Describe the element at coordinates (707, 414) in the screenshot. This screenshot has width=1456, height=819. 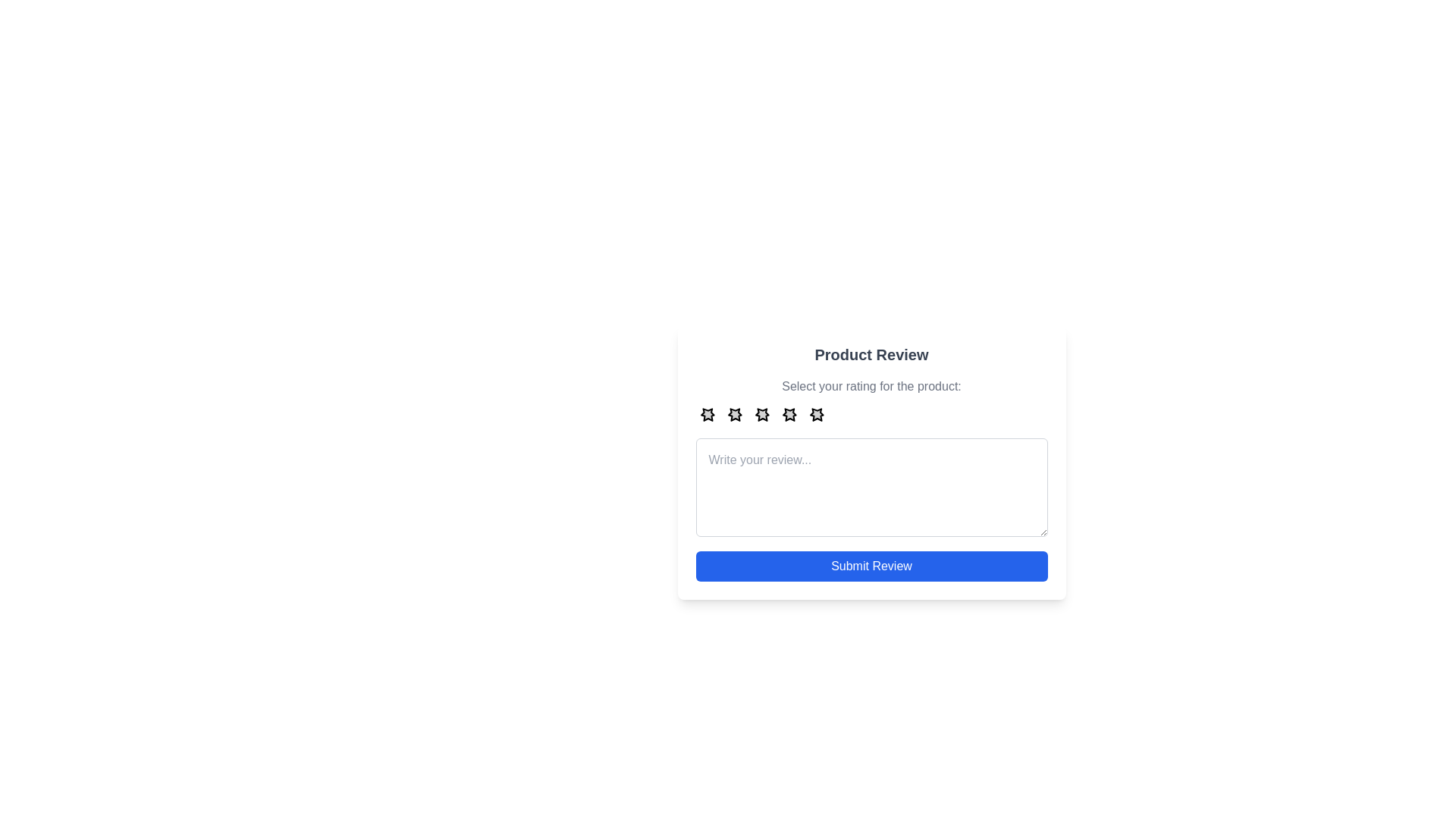
I see `the star representing 1 stars to preview the rating` at that location.